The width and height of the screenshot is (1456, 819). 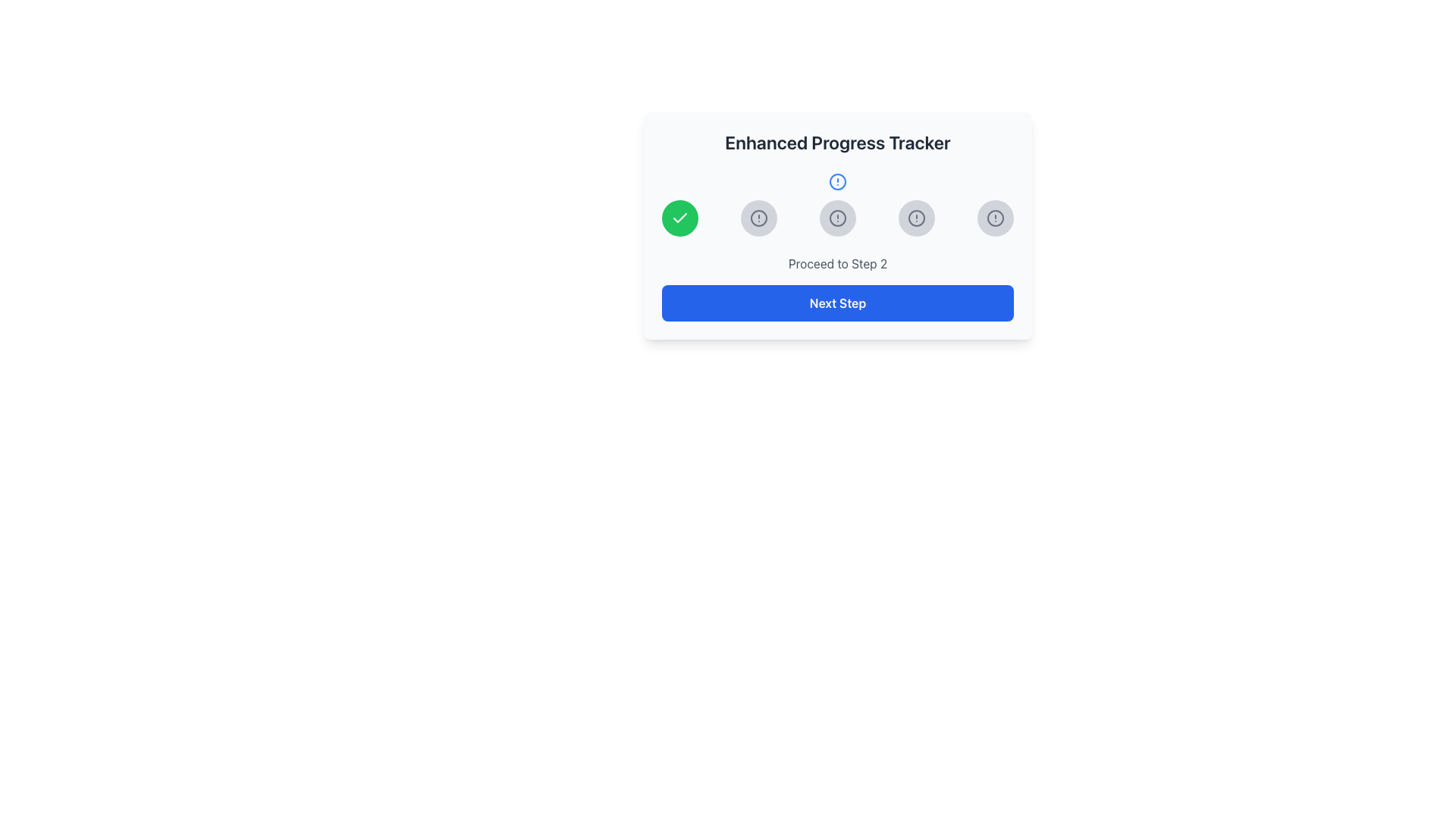 What do you see at coordinates (836, 143) in the screenshot?
I see `the header text element located at the top of the card component, which serves to inform the user about the current section or purpose of the card` at bounding box center [836, 143].